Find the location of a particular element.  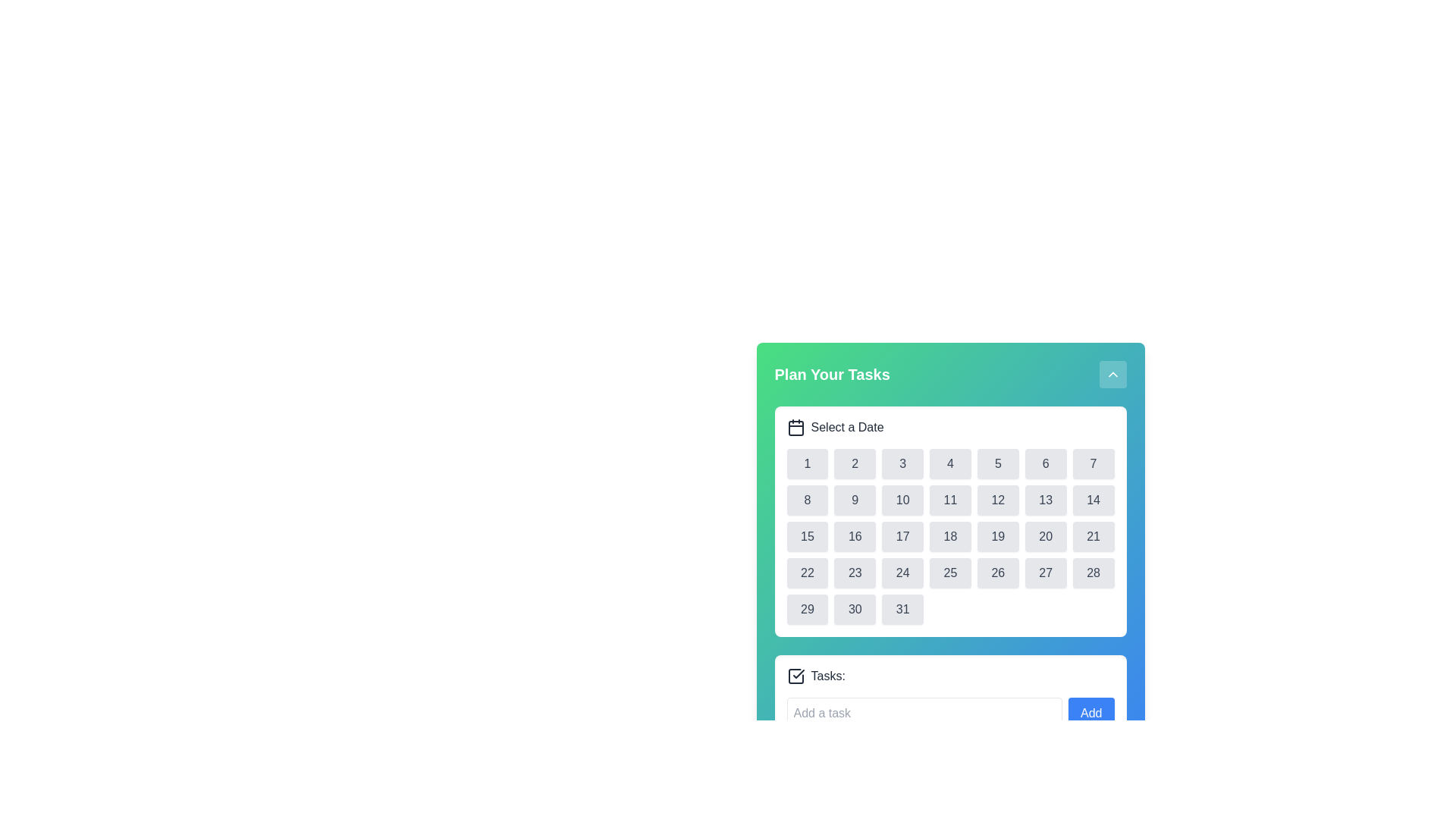

the button that allows the user to select the date '23' in the grid located within the 'Plan Your Tasks' panel is located at coordinates (855, 573).